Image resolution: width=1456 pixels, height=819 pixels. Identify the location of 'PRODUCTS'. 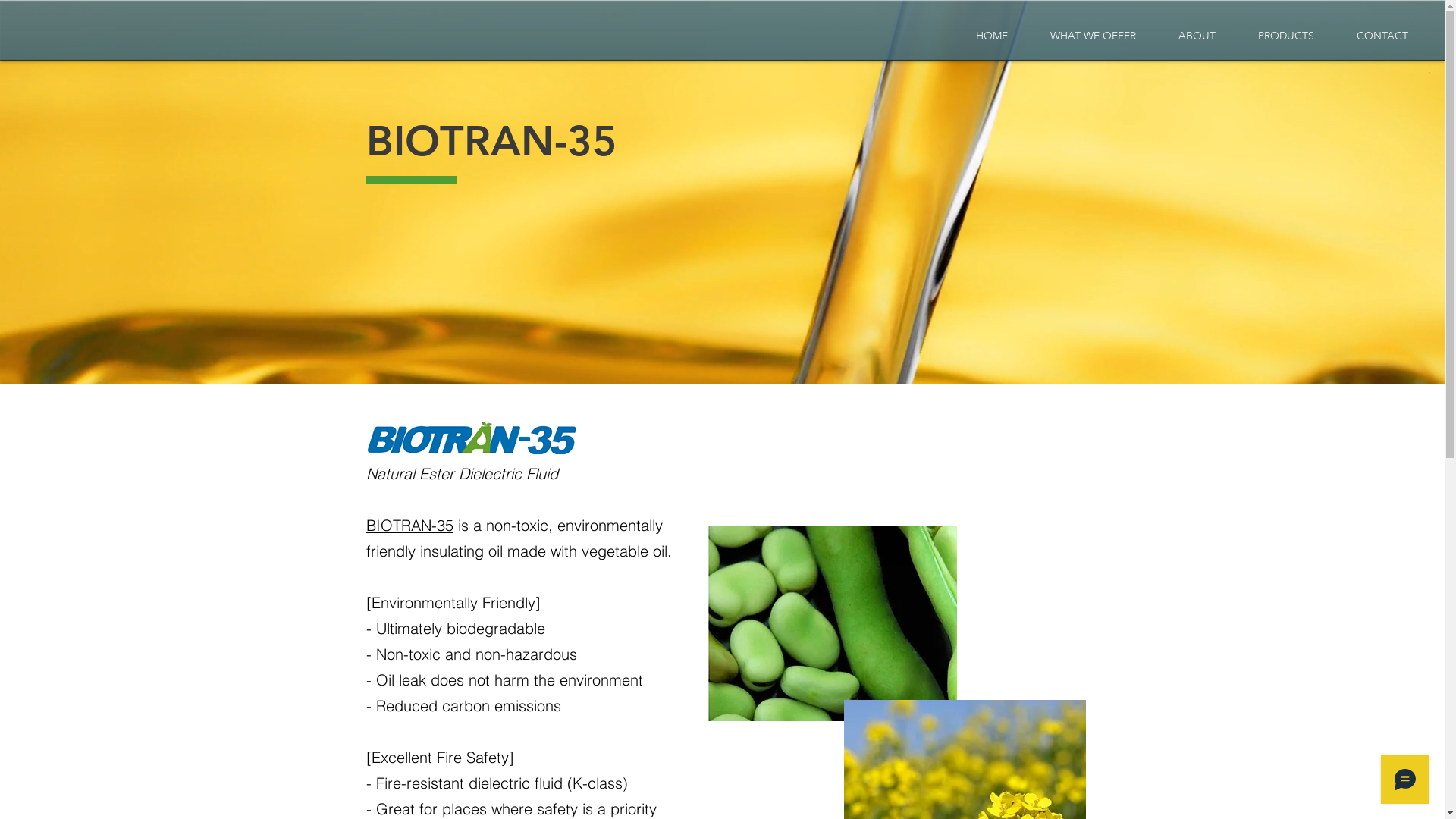
(1285, 35).